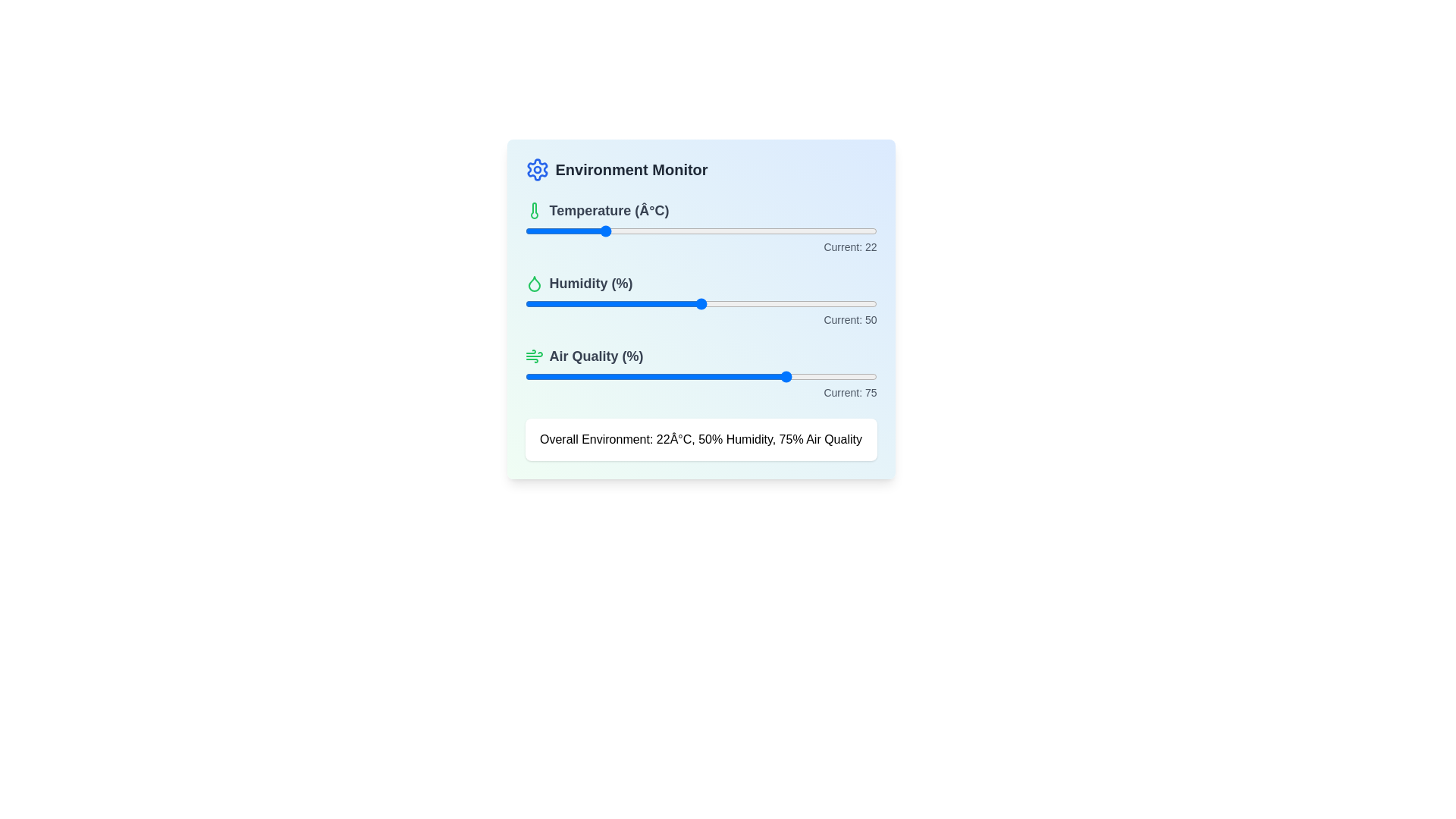  I want to click on the temperature slider to set the temperature to 77 degrees Celsius, so click(795, 231).